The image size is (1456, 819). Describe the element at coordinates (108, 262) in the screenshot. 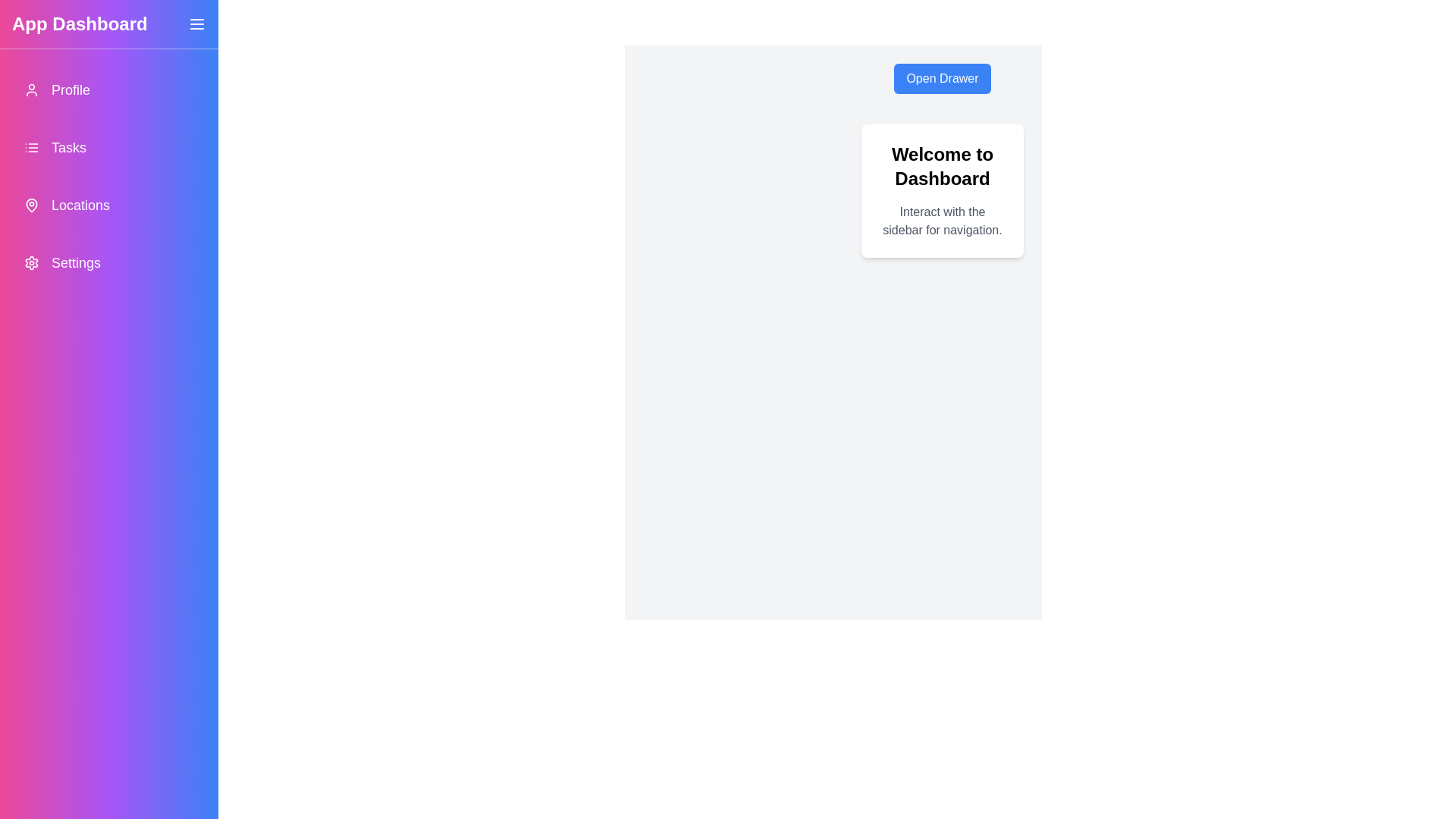

I see `the navigation item labeled 'Settings' to observe its hover effect` at that location.